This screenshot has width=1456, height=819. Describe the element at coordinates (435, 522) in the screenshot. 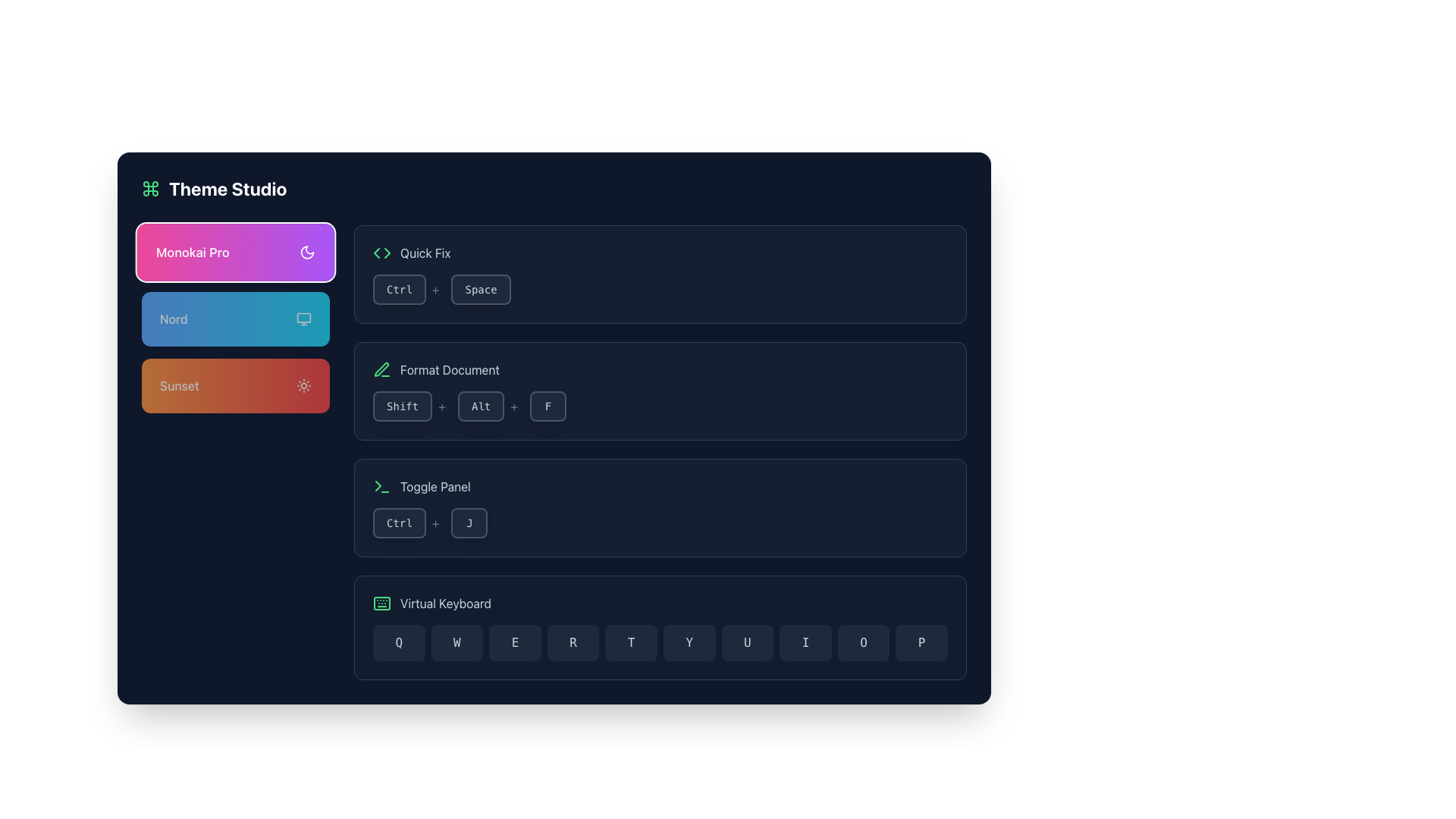

I see `the small grey plus sign ('+') located to the right of the 'Ctrl' button, which is part of the keyboard shortcut group` at that location.